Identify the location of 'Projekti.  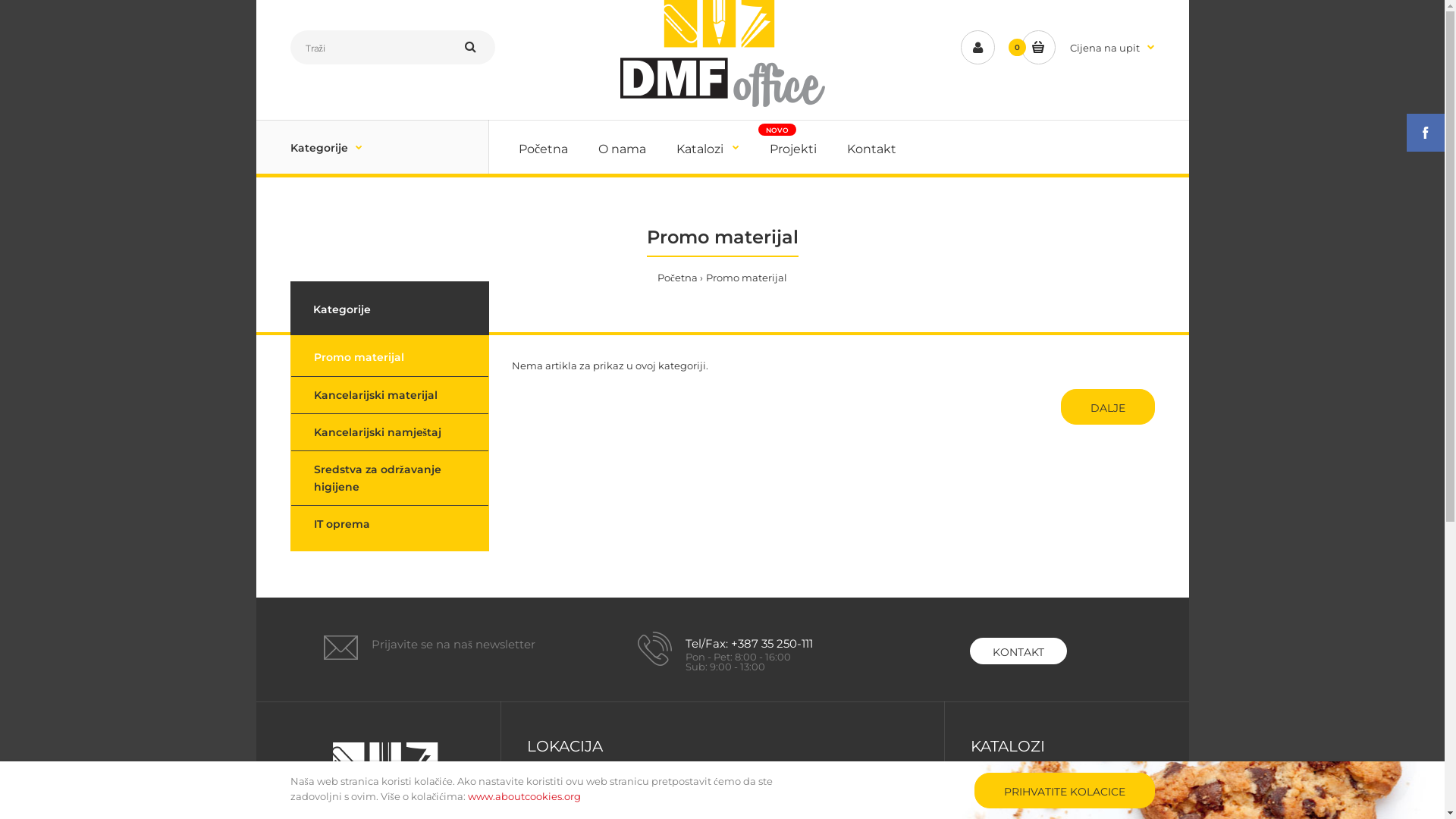
(767, 146).